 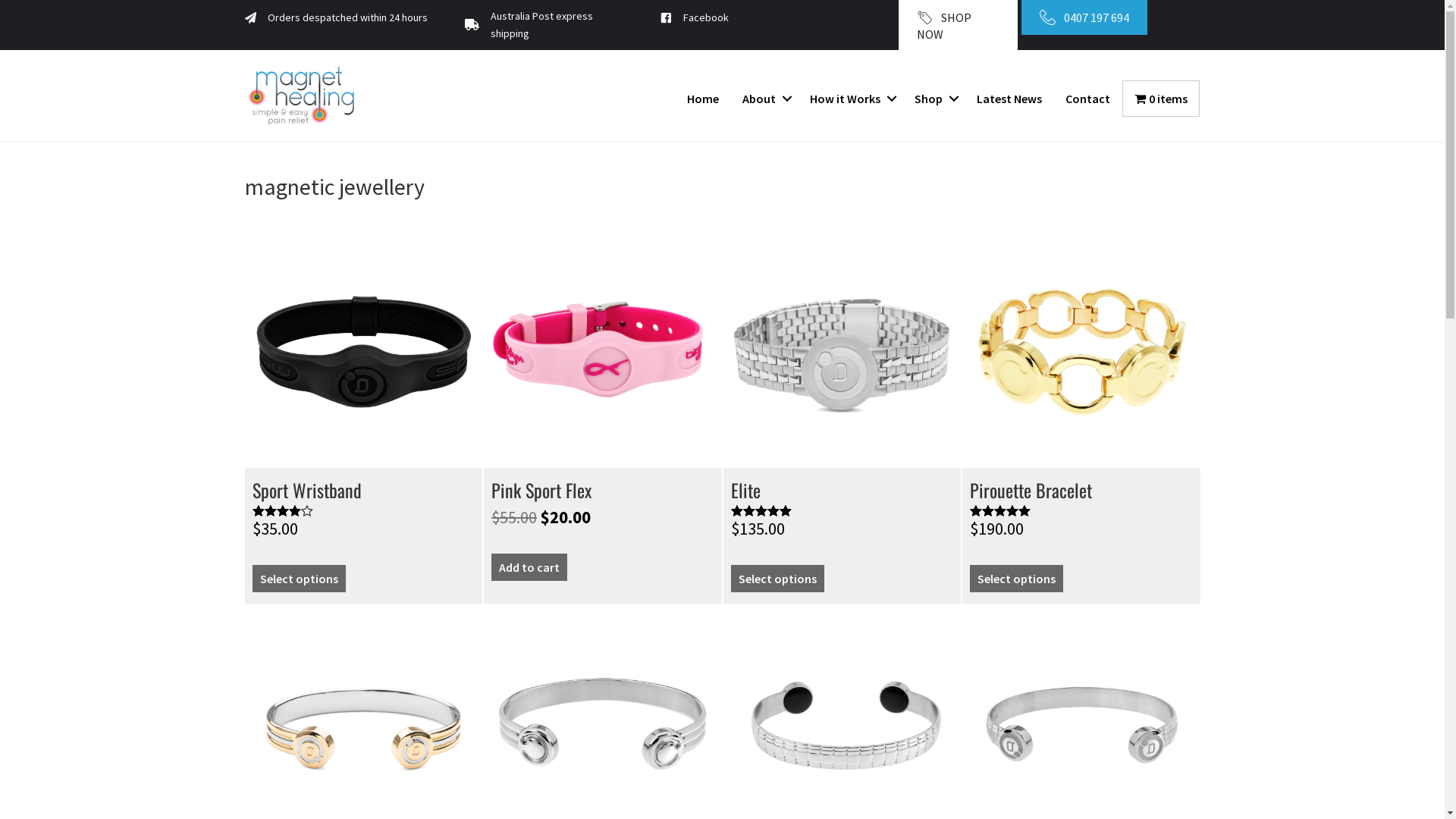 What do you see at coordinates (1087, 99) in the screenshot?
I see `'Contact'` at bounding box center [1087, 99].